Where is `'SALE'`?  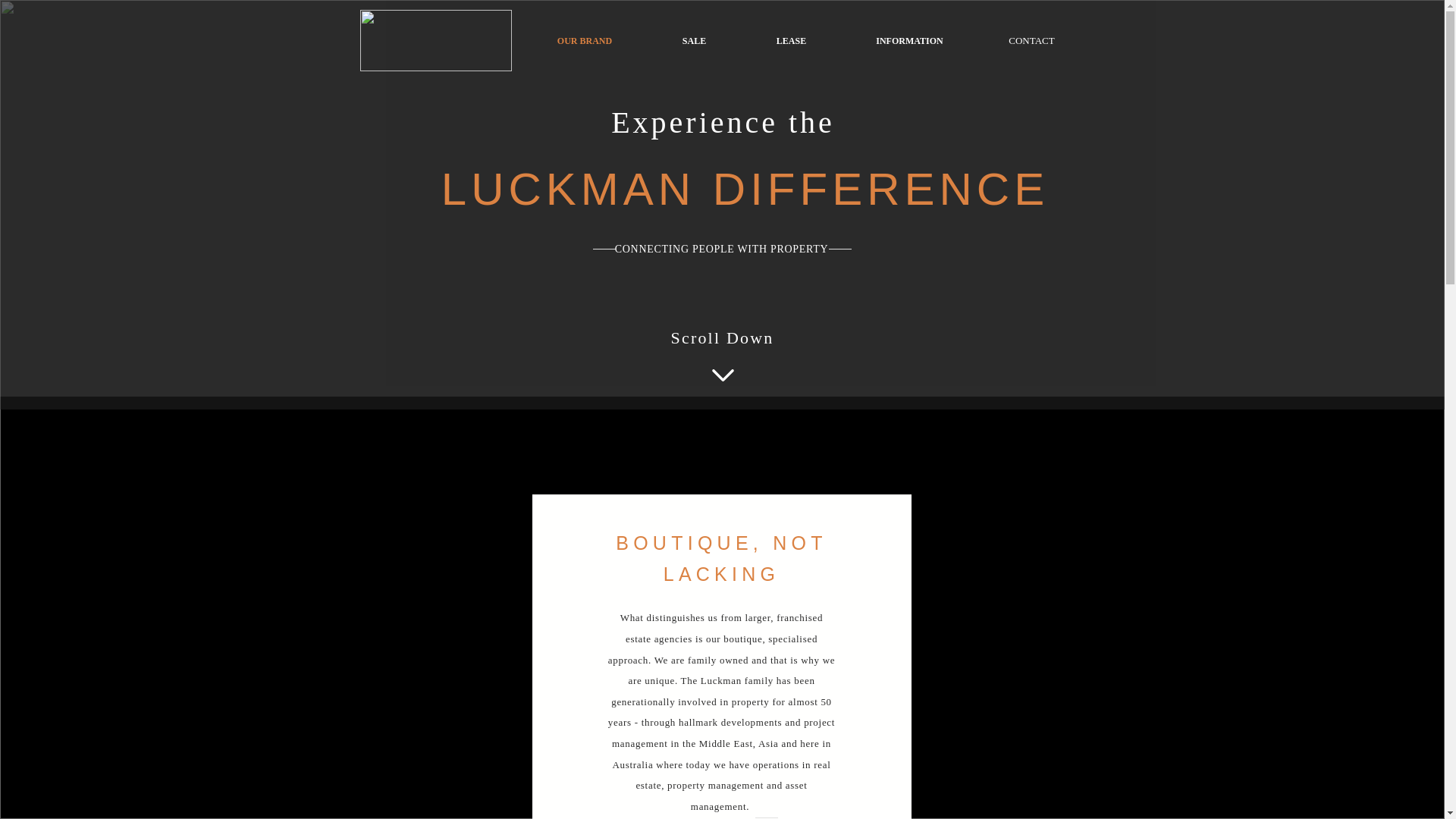 'SALE' is located at coordinates (694, 40).